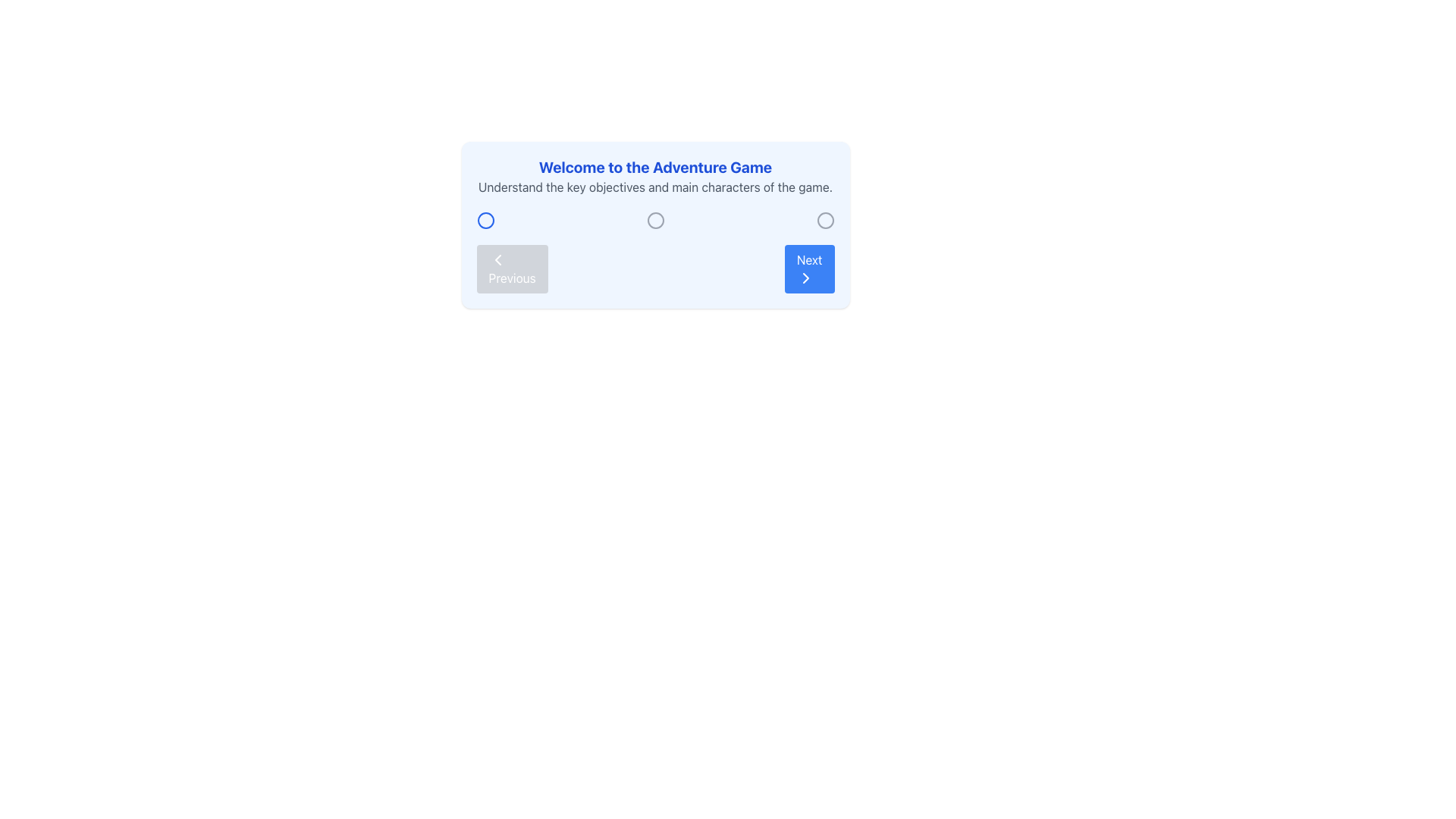  Describe the element at coordinates (655, 175) in the screenshot. I see `informational text element located at the top section of the light blue panel, which combines a heading and a subtext, providing an overview of the game's objectives and main characters` at that location.